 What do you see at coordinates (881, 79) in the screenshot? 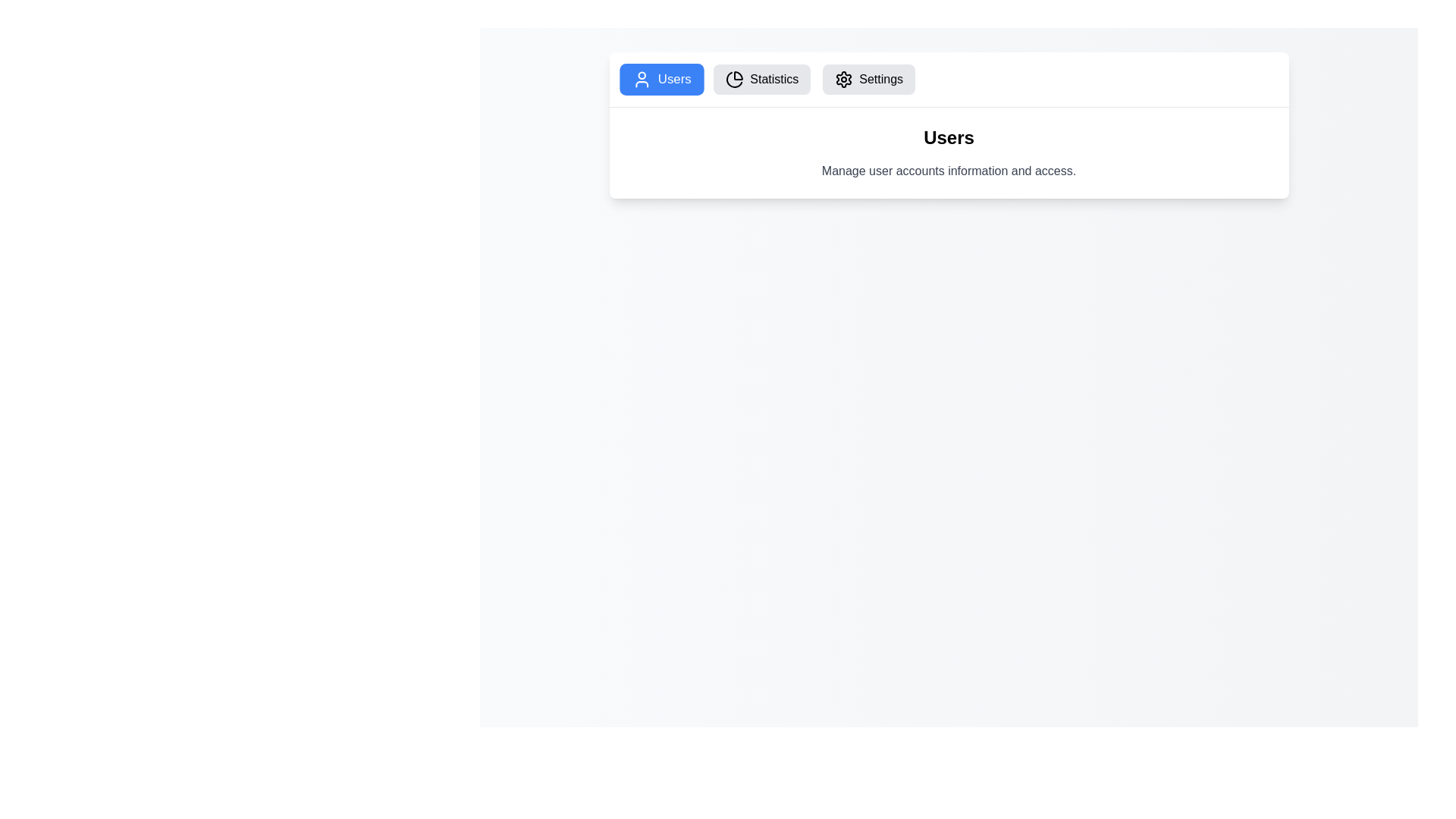
I see `the 'Settings' text label in the navigation menu` at bounding box center [881, 79].